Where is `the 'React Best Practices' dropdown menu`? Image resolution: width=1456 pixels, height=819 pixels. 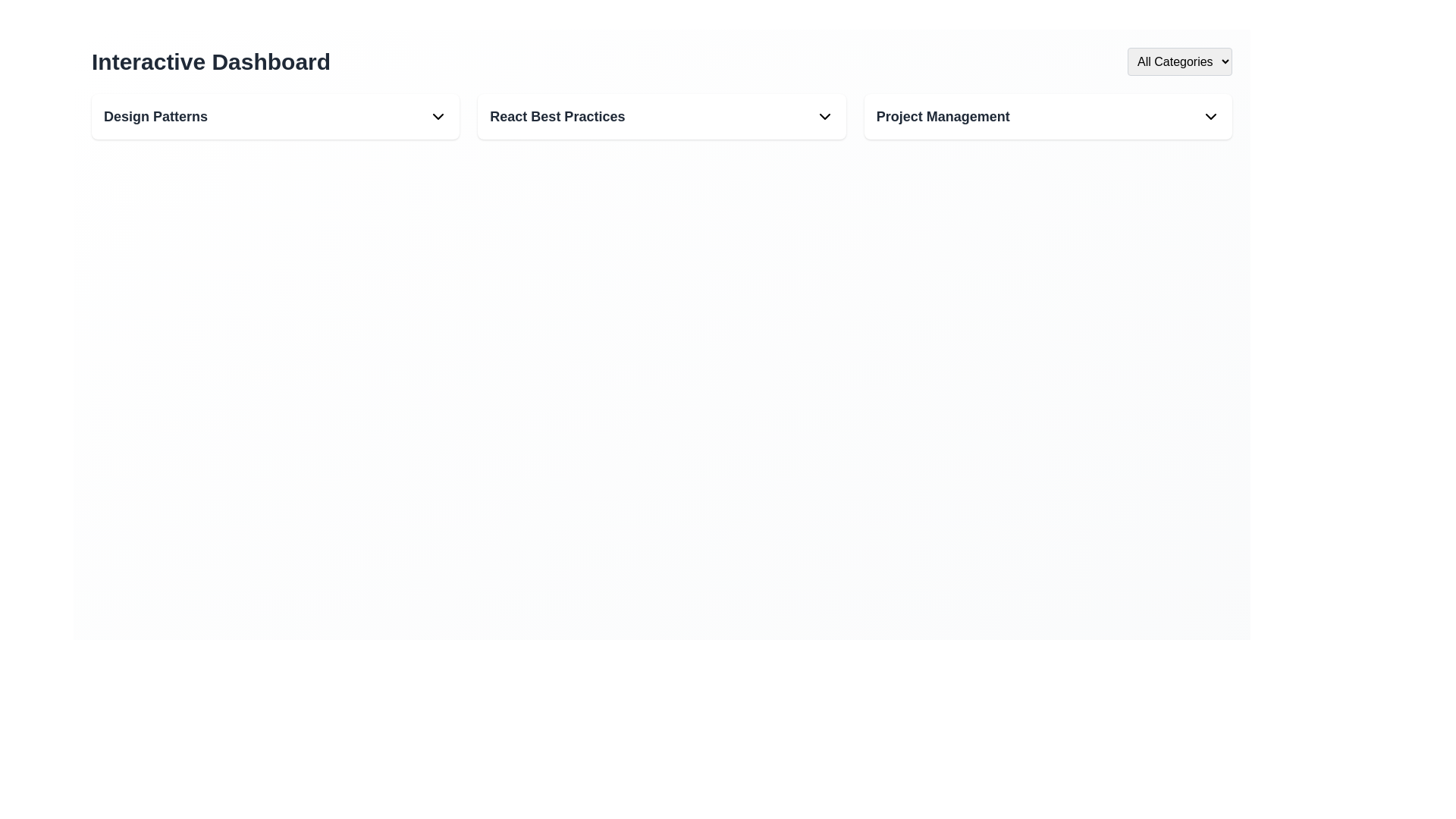 the 'React Best Practices' dropdown menu is located at coordinates (662, 116).